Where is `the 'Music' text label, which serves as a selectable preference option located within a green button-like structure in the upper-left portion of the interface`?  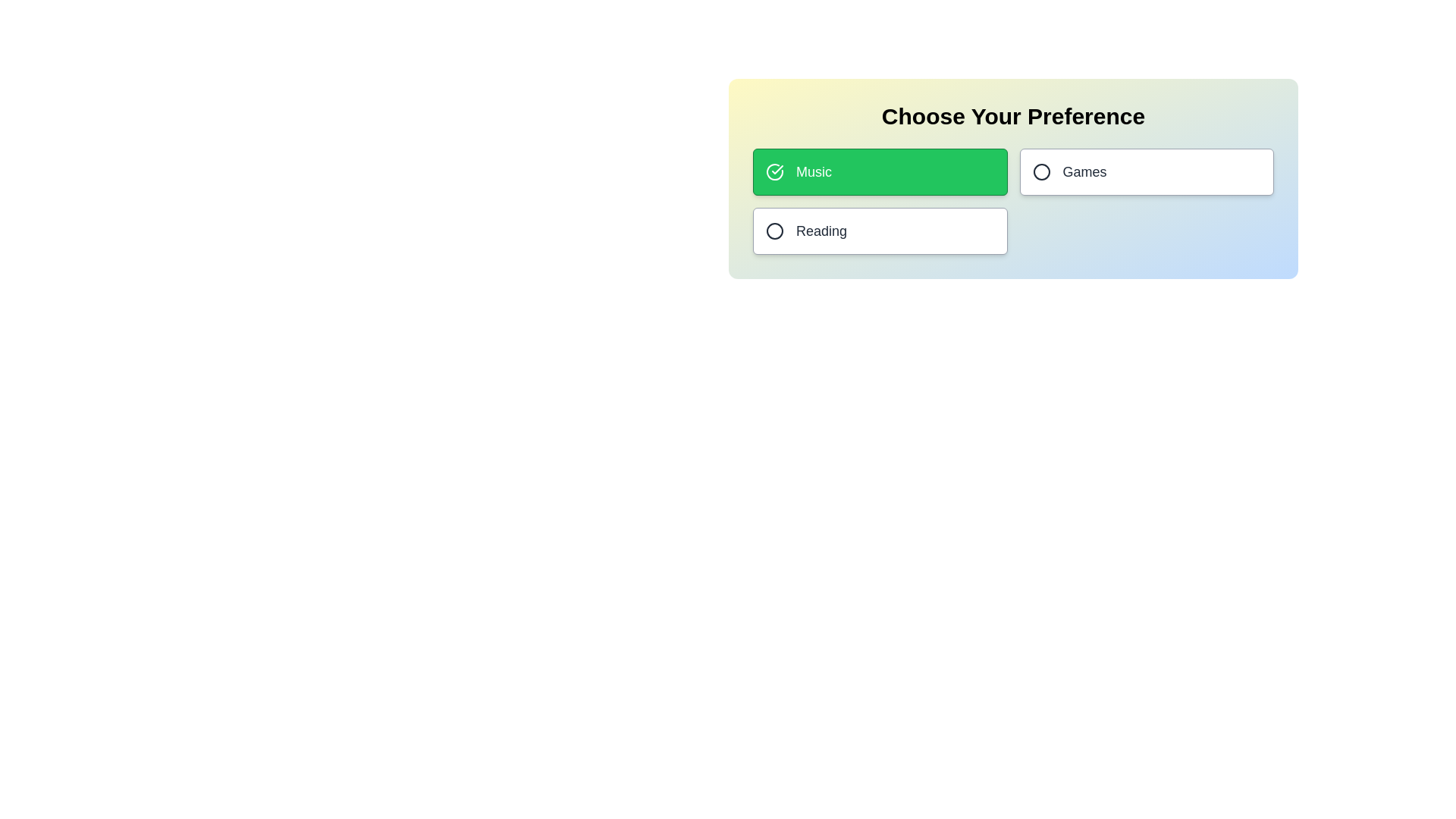
the 'Music' text label, which serves as a selectable preference option located within a green button-like structure in the upper-left portion of the interface is located at coordinates (813, 171).